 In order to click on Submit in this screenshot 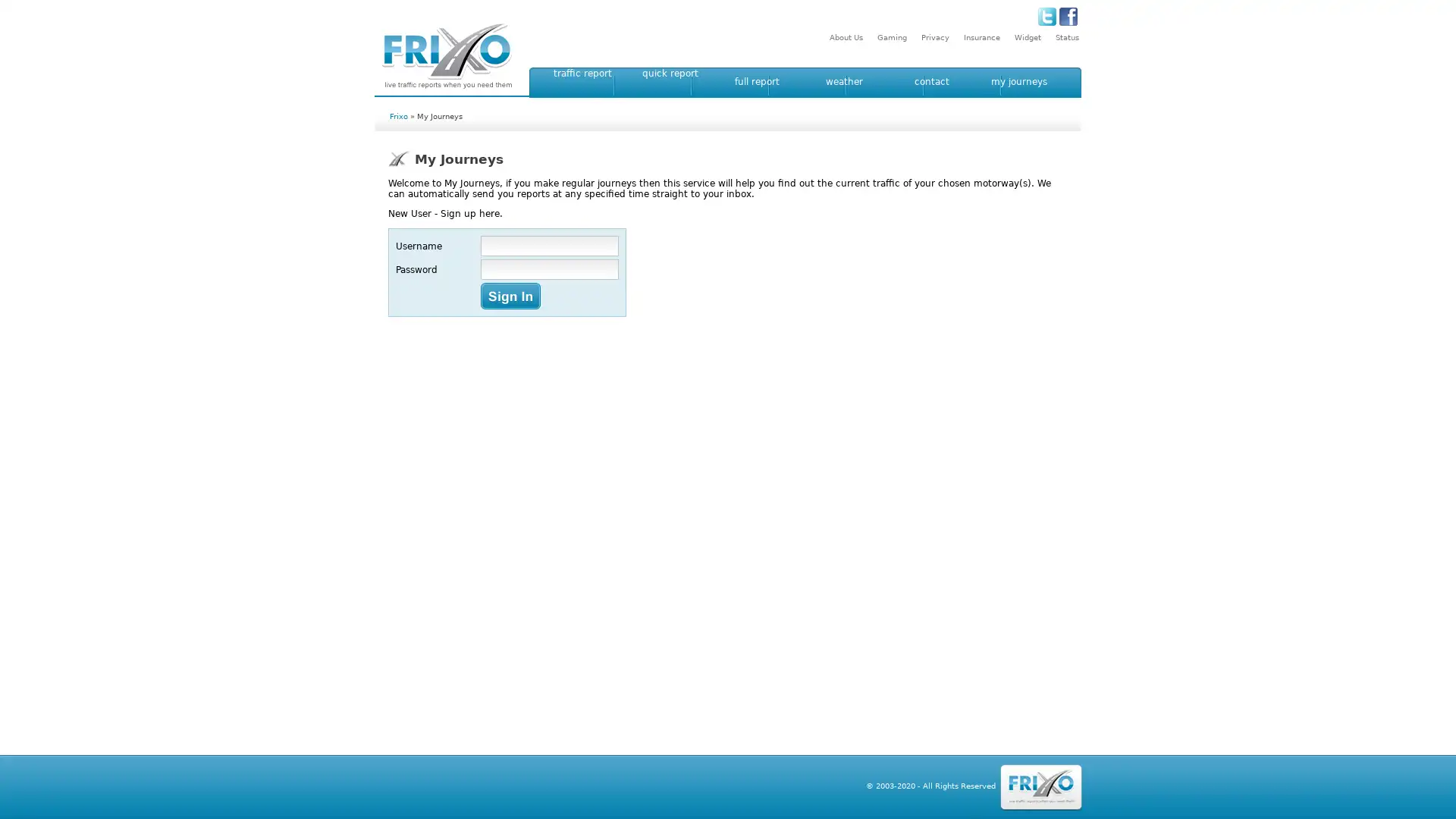, I will do `click(510, 296)`.